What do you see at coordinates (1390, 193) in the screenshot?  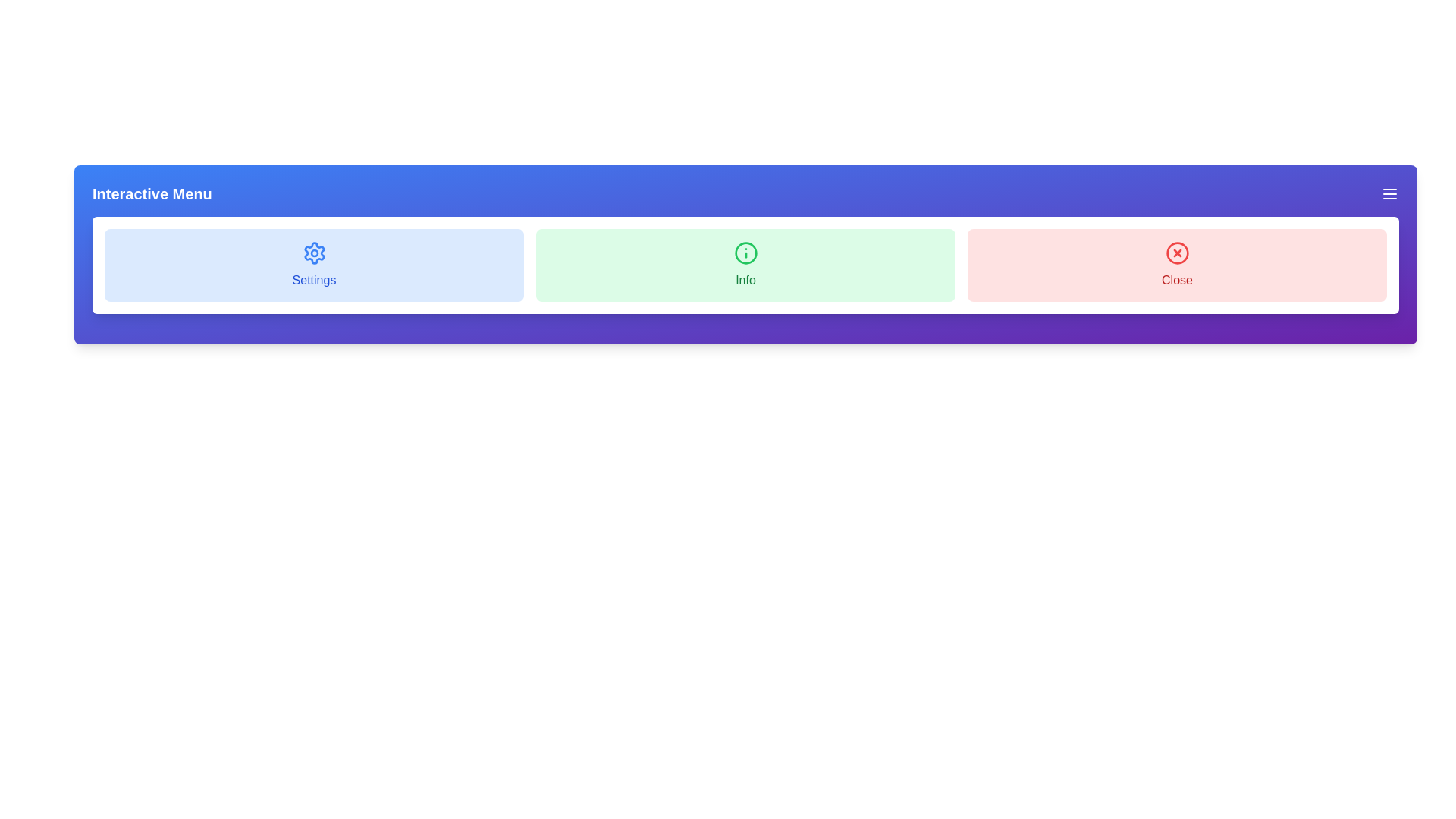 I see `the menu icon button to toggle the menu visibility` at bounding box center [1390, 193].